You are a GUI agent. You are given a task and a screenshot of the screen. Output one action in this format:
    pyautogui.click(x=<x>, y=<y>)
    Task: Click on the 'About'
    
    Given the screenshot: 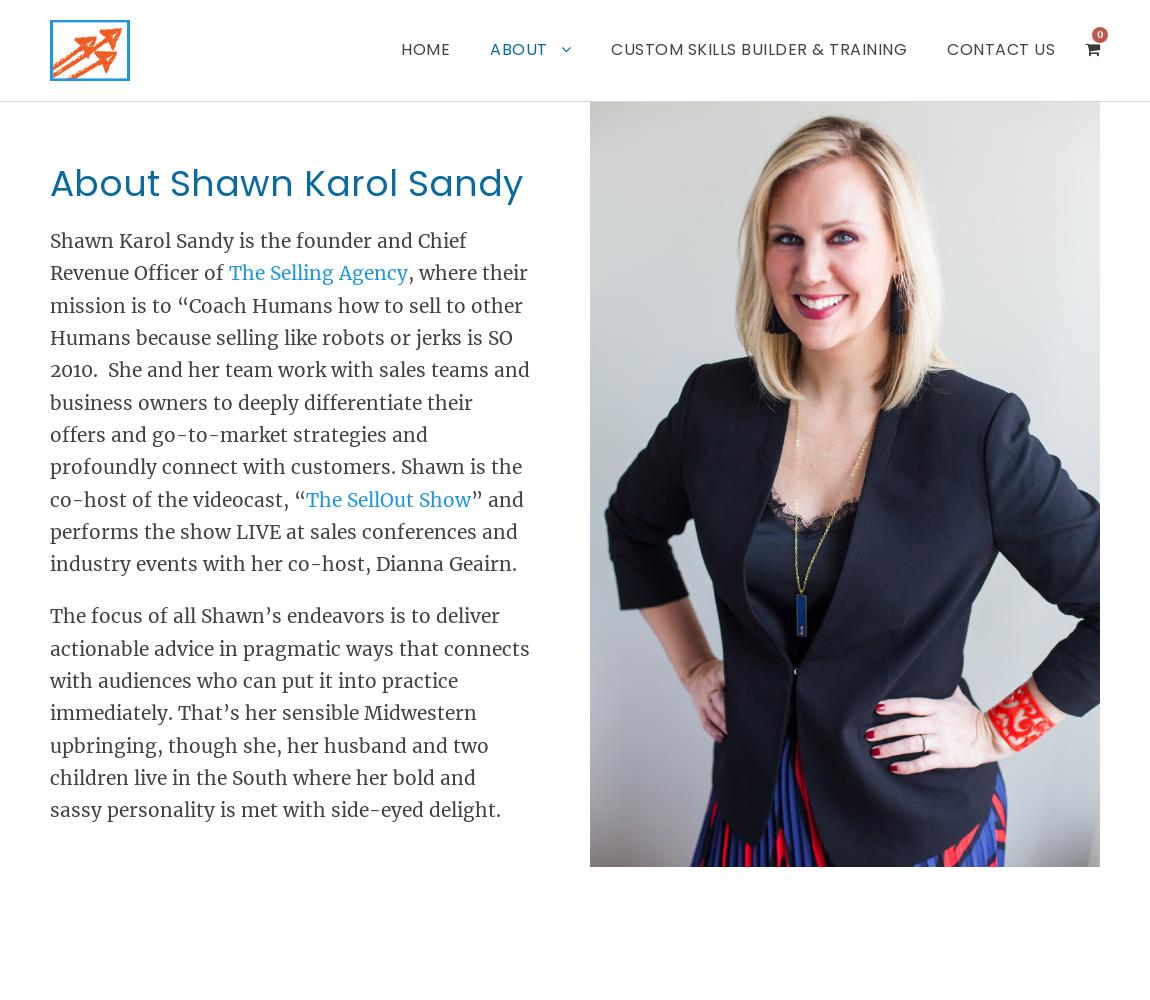 What is the action you would take?
    pyautogui.click(x=518, y=49)
    